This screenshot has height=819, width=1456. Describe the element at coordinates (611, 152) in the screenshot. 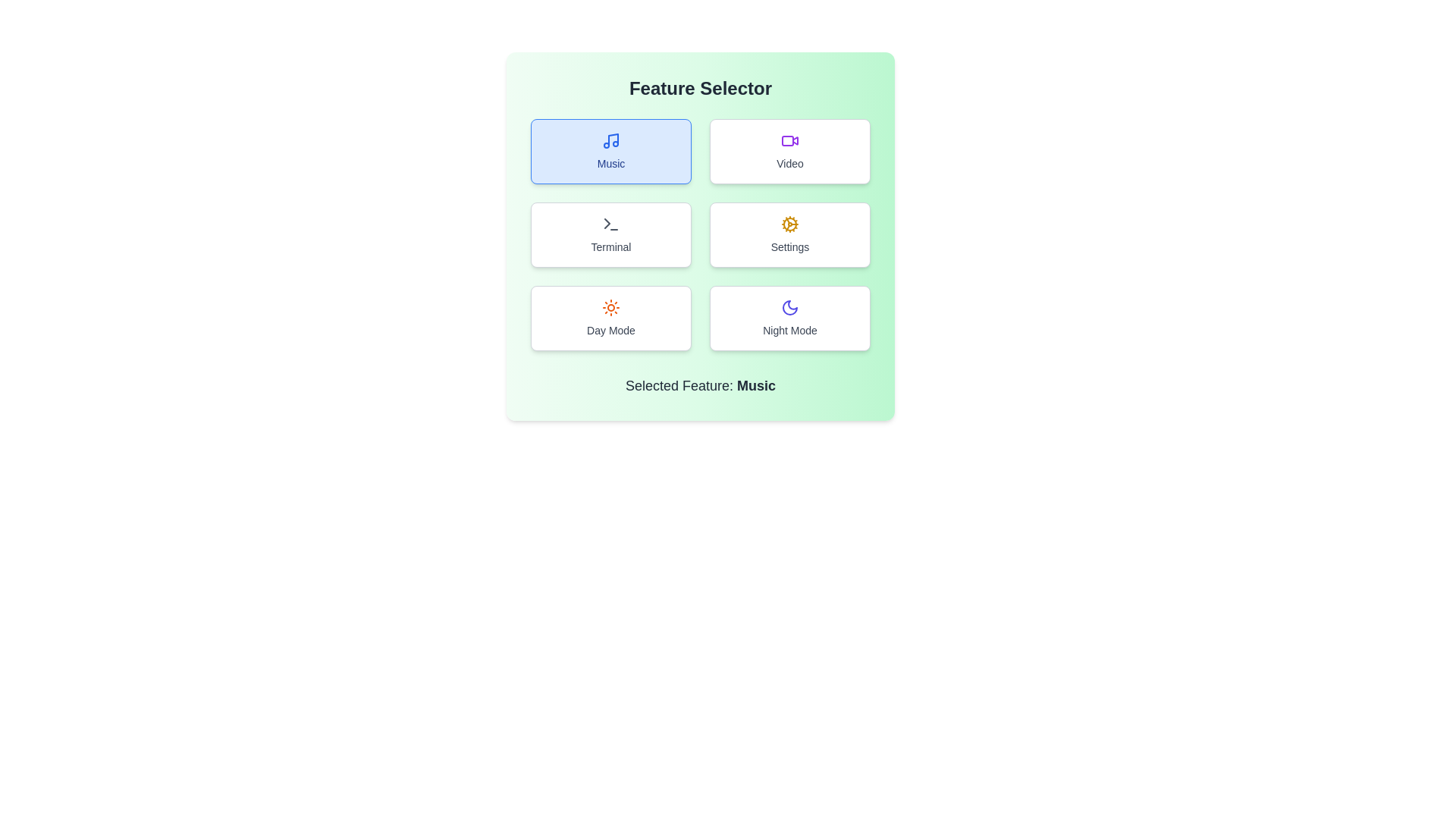

I see `the light blue 'Music' button with a music note icon` at that location.